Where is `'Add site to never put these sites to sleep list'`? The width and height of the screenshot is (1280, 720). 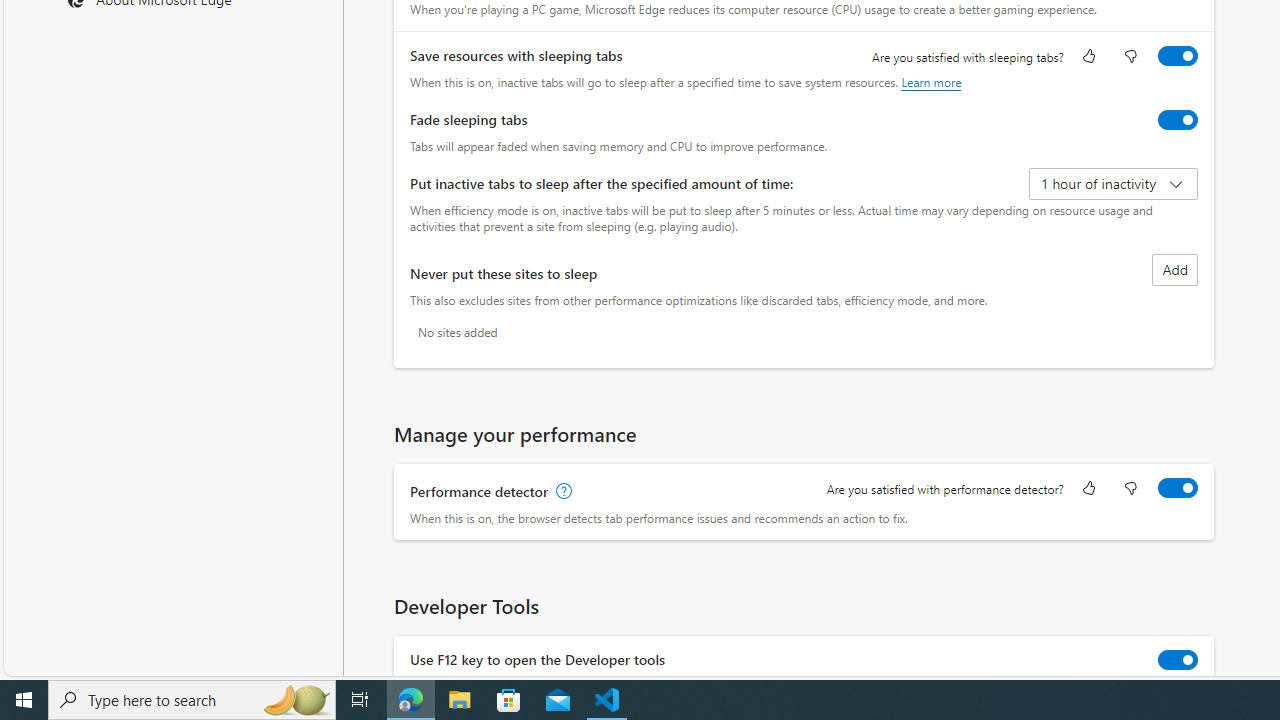 'Add site to never put these sites to sleep list' is located at coordinates (1175, 270).